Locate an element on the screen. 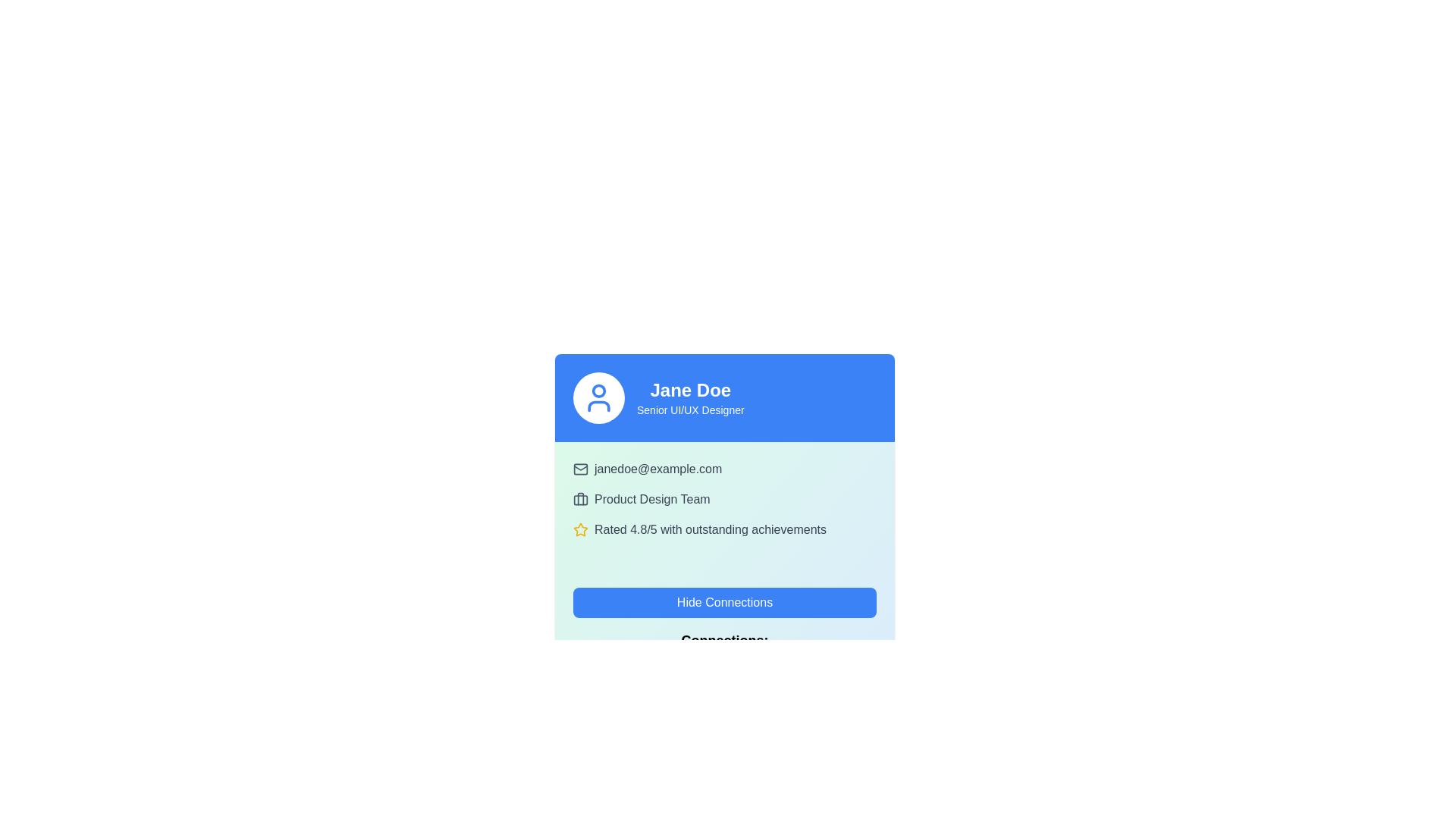 This screenshot has height=819, width=1456. the decorative text element indicating the rating system, which is located in the third row under the profile information section is located at coordinates (723, 529).